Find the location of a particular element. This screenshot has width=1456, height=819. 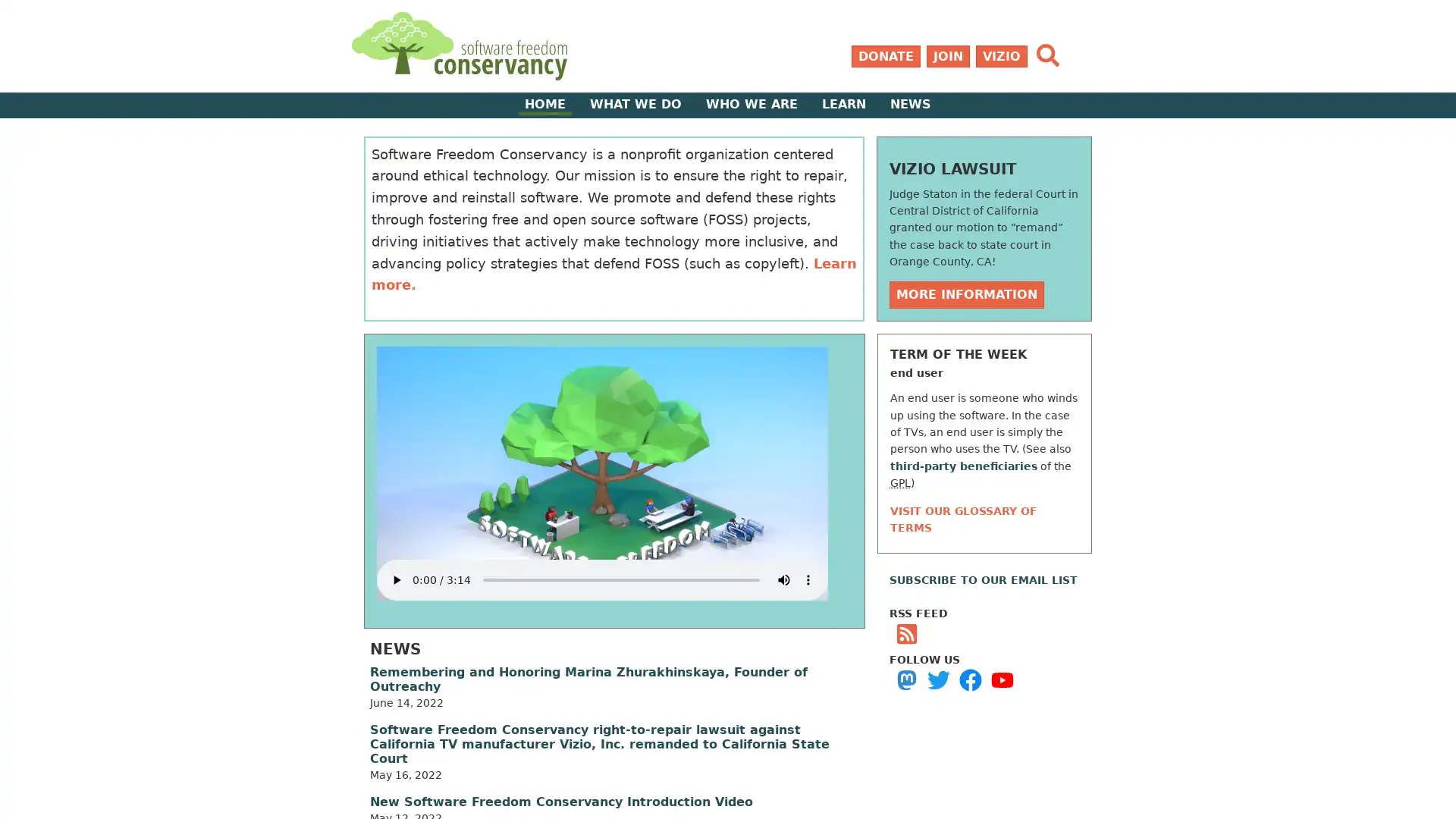

play is located at coordinates (397, 579).